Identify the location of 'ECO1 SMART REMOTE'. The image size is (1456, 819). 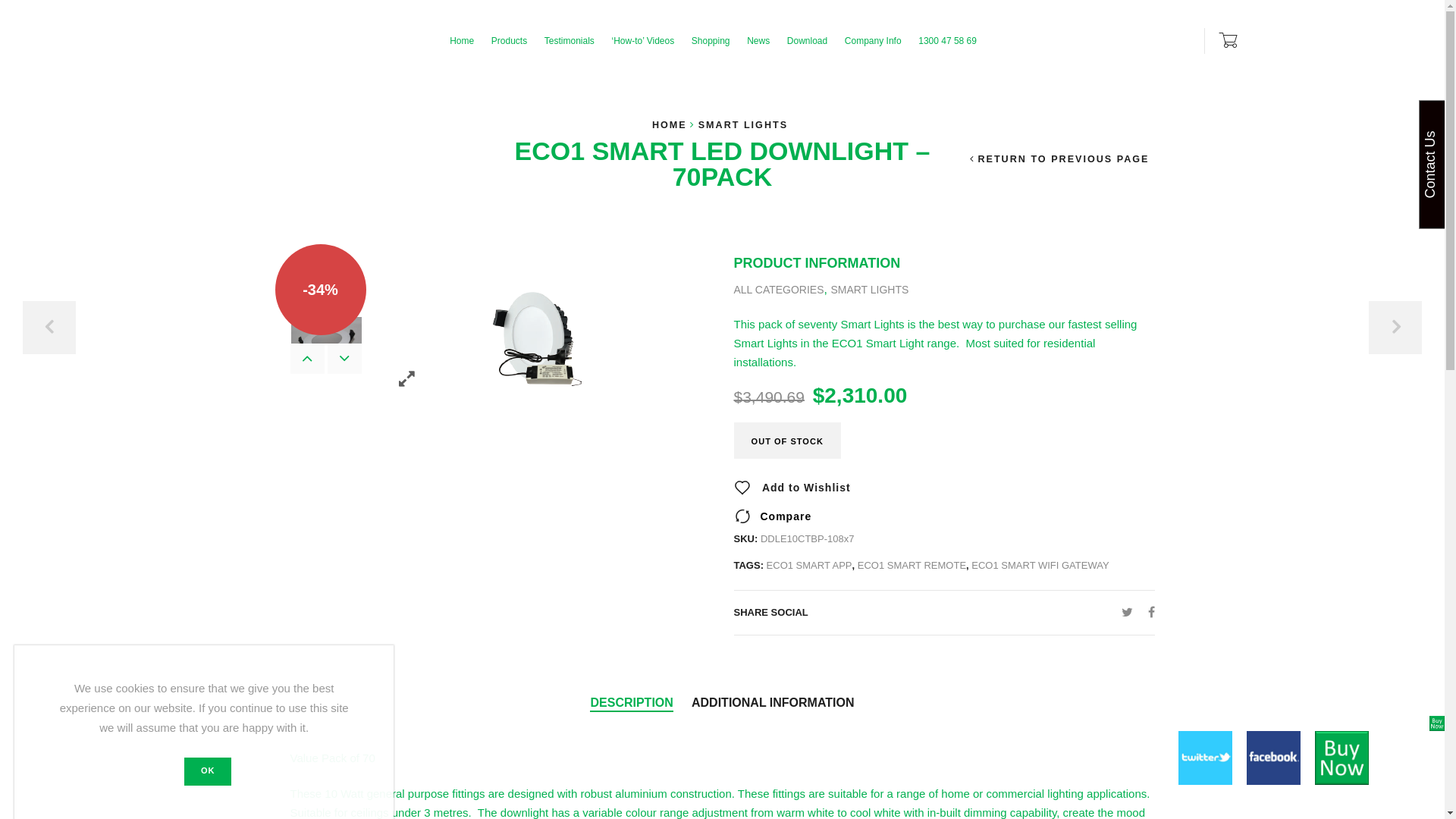
(911, 565).